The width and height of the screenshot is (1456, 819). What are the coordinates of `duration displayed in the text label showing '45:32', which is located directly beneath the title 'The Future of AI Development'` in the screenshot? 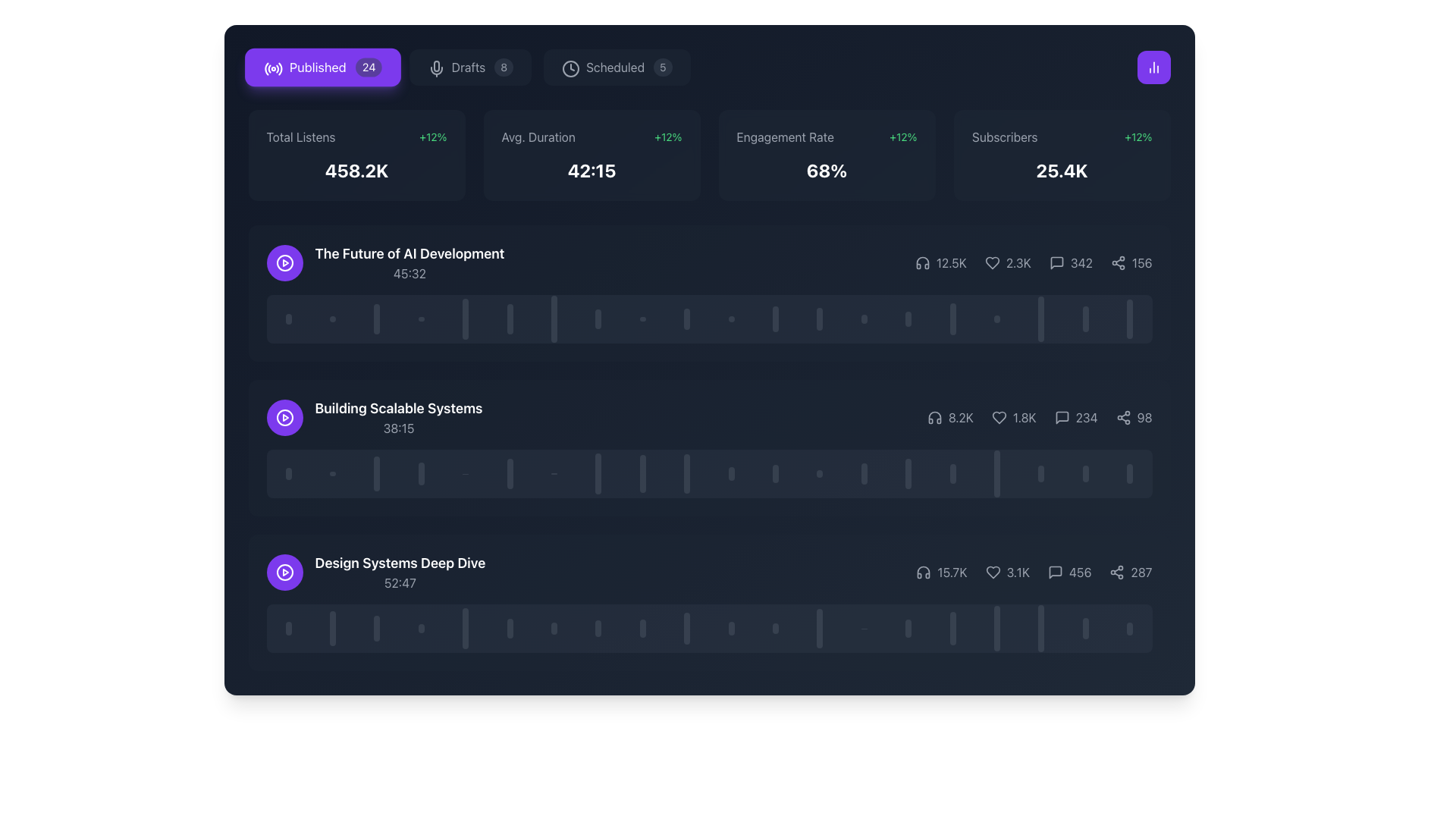 It's located at (409, 274).